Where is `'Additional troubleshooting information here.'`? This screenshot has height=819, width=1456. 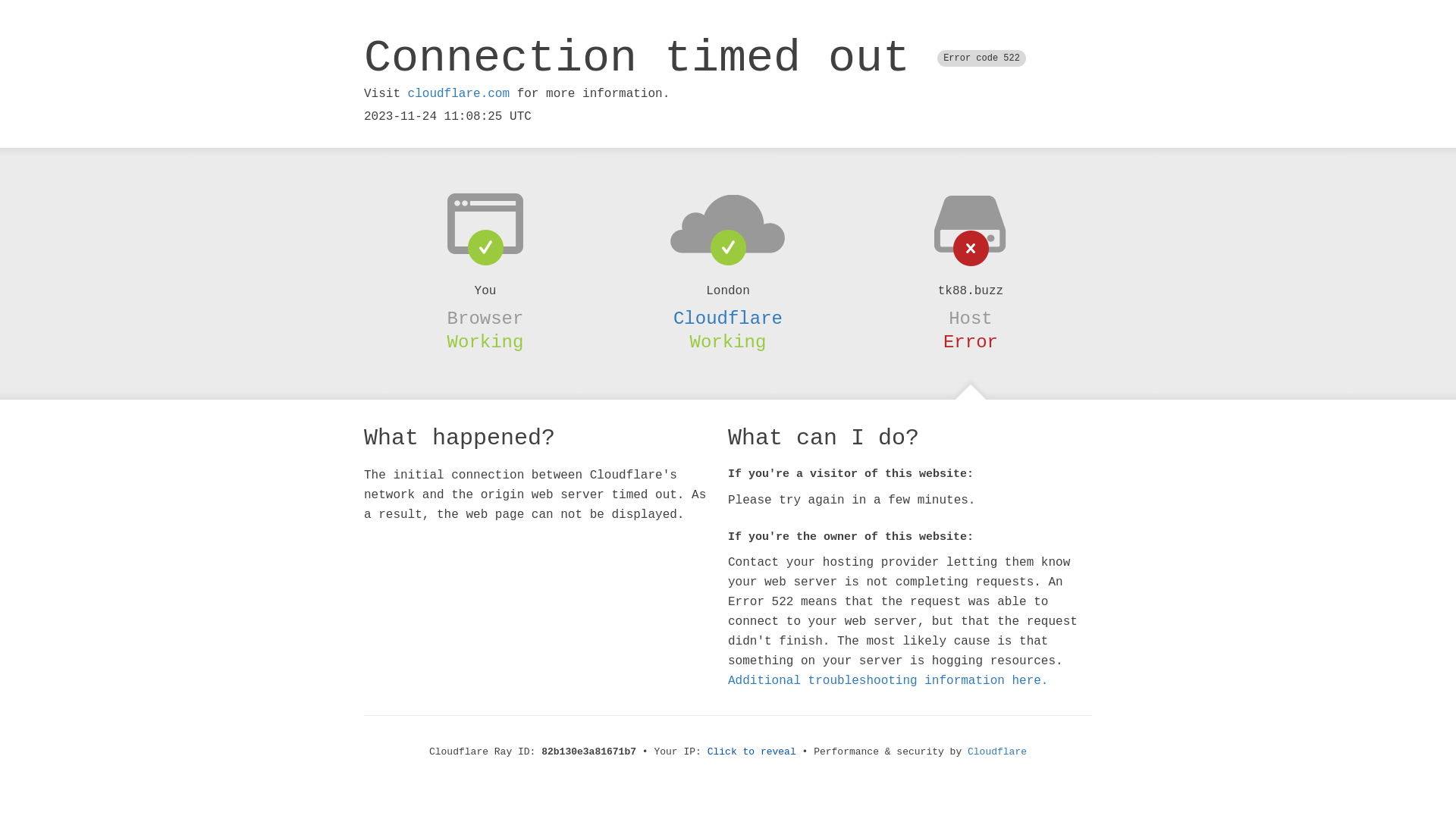
'Additional troubleshooting information here.' is located at coordinates (888, 680).